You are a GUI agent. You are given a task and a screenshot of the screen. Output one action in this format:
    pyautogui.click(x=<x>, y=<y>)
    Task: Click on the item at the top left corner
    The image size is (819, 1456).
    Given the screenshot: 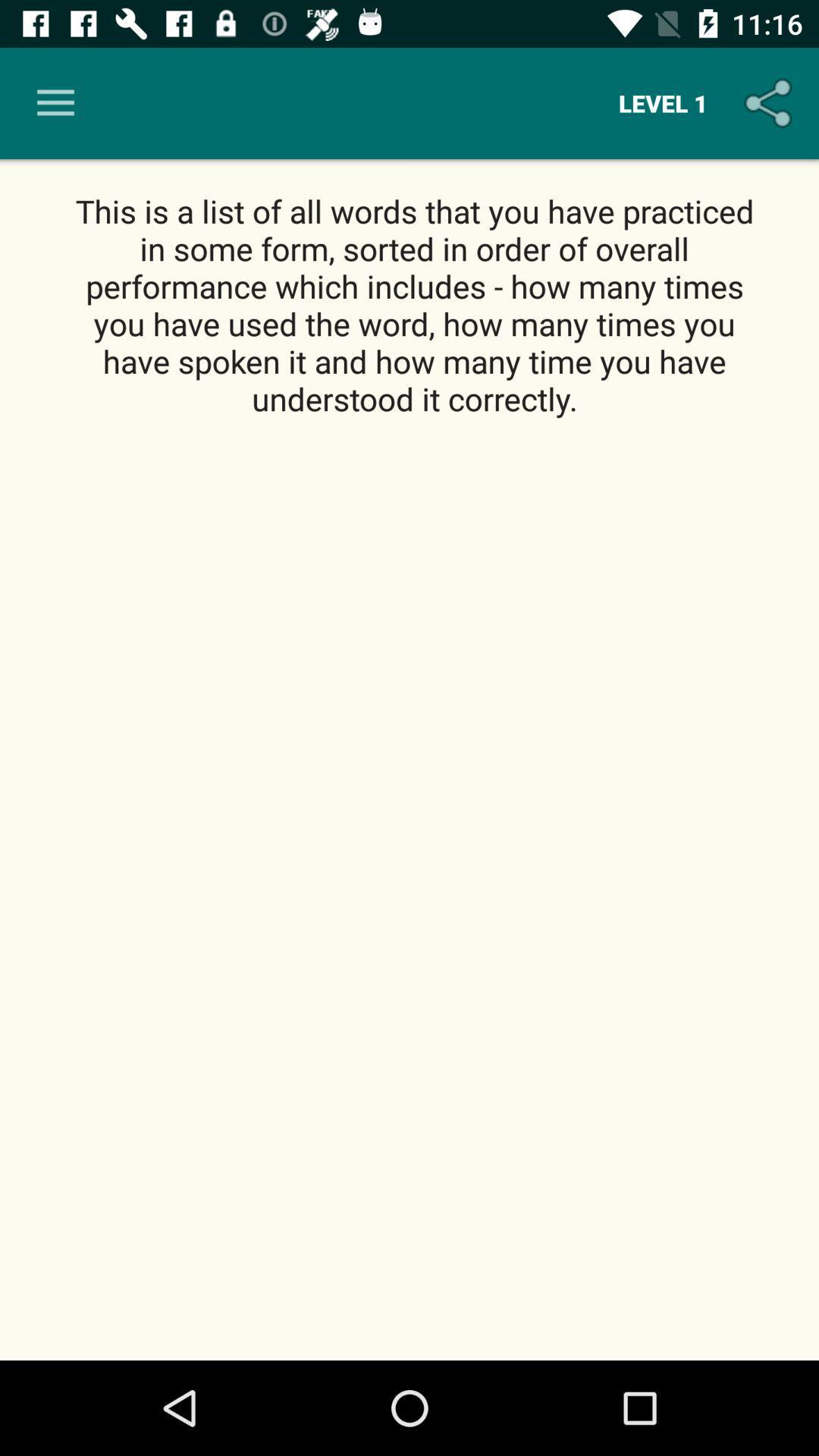 What is the action you would take?
    pyautogui.click(x=55, y=102)
    